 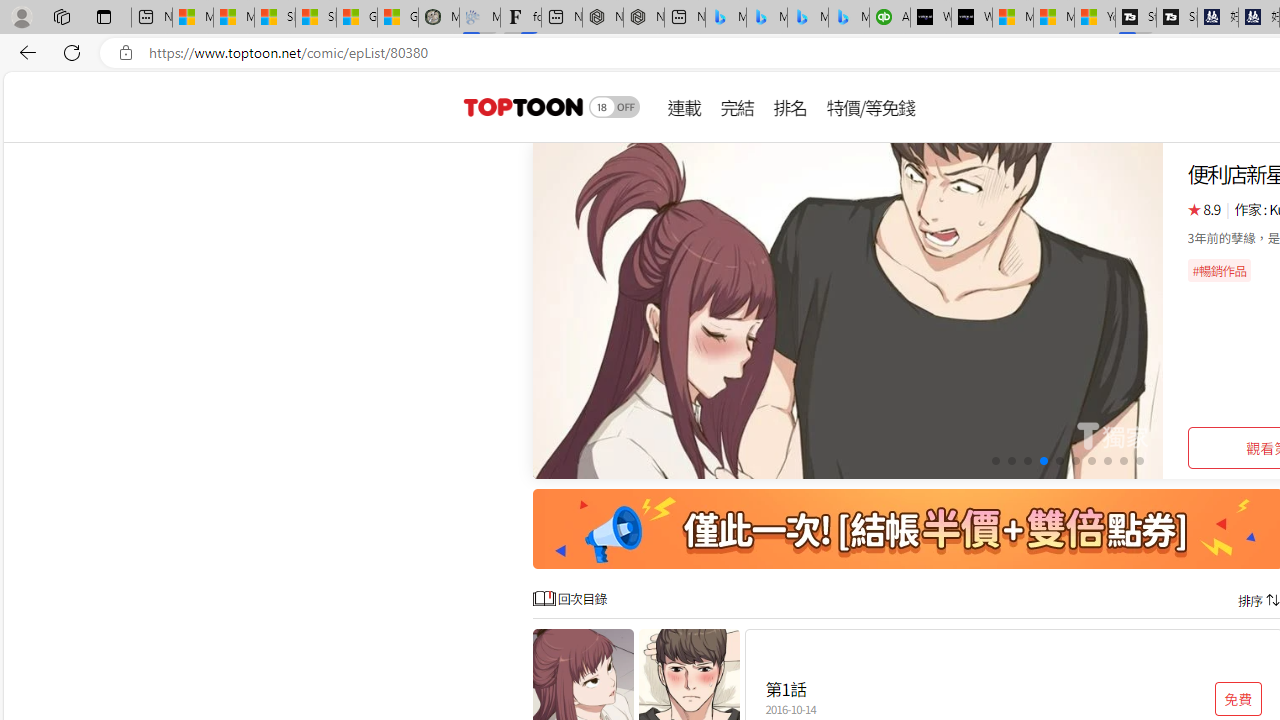 I want to click on 'Class: swiper-slide swiper-slide-prev', so click(x=848, y=311).